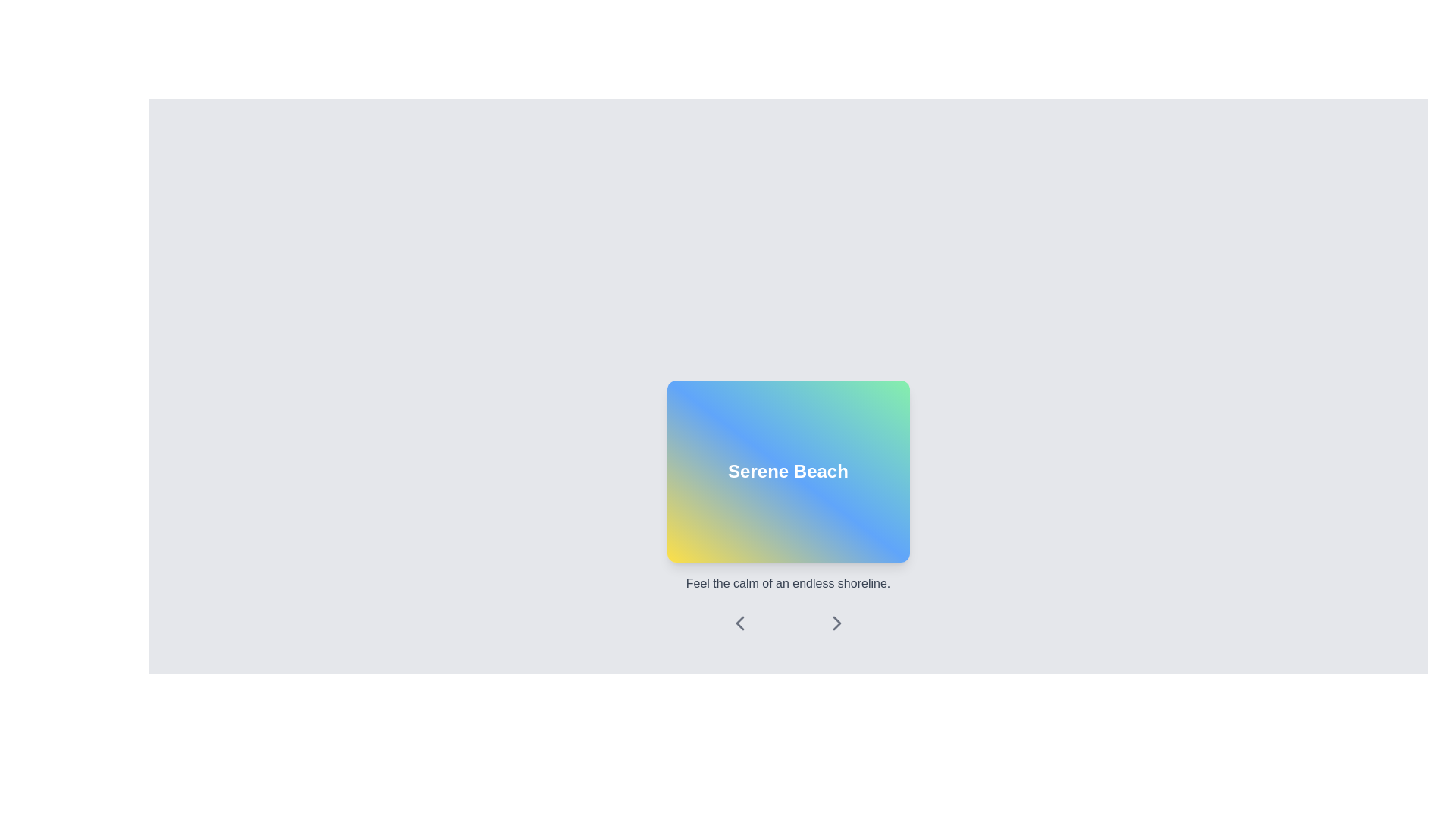  I want to click on the center dot of the Navigation control element, which is located below the 'Serene Beach' section and is visually represented by a smaller dot in a horizontal layout with two arrow icons on either side, so click(788, 623).